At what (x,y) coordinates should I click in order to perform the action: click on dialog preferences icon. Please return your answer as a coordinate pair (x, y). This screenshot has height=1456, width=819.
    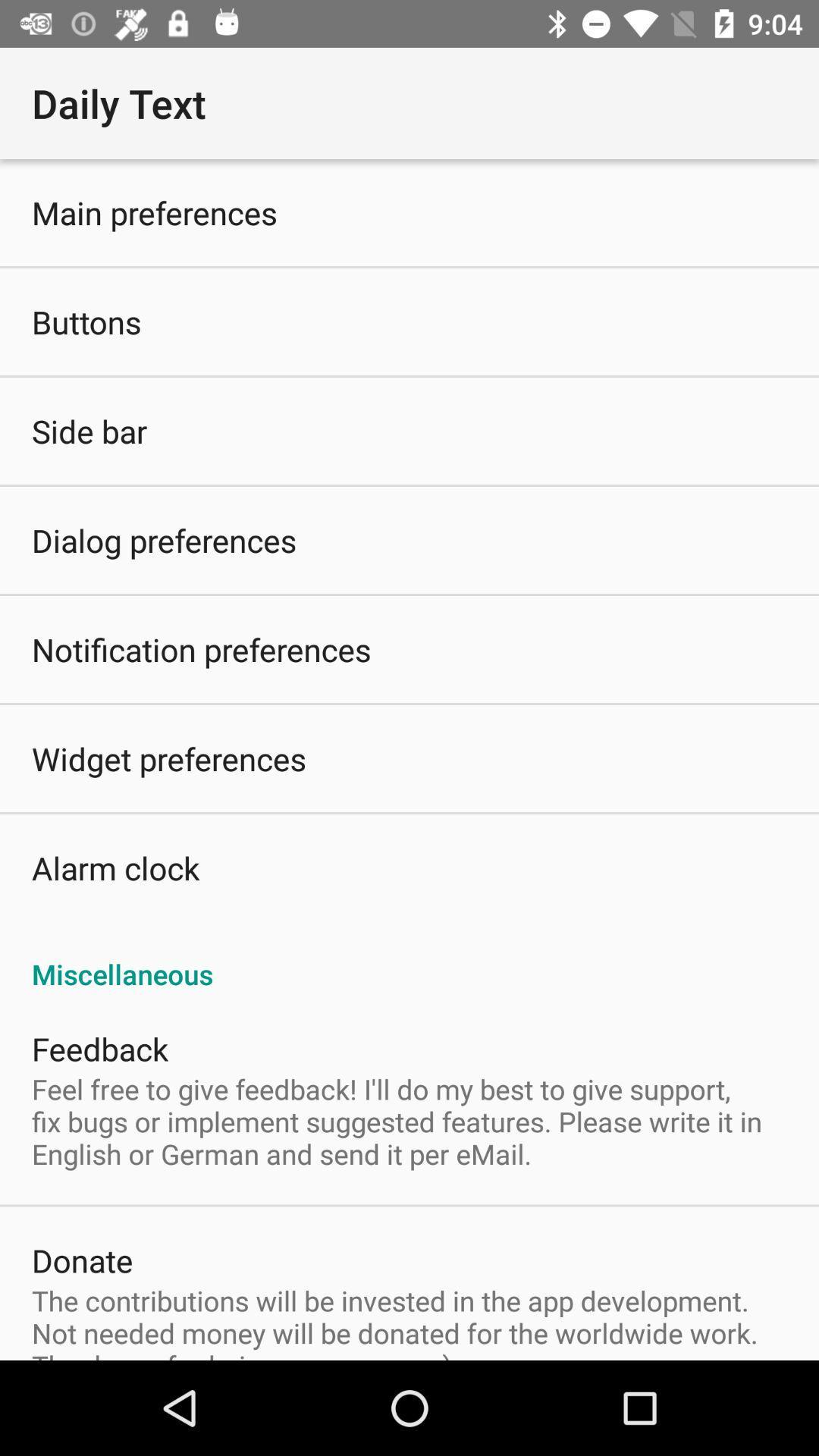
    Looking at the image, I should click on (164, 540).